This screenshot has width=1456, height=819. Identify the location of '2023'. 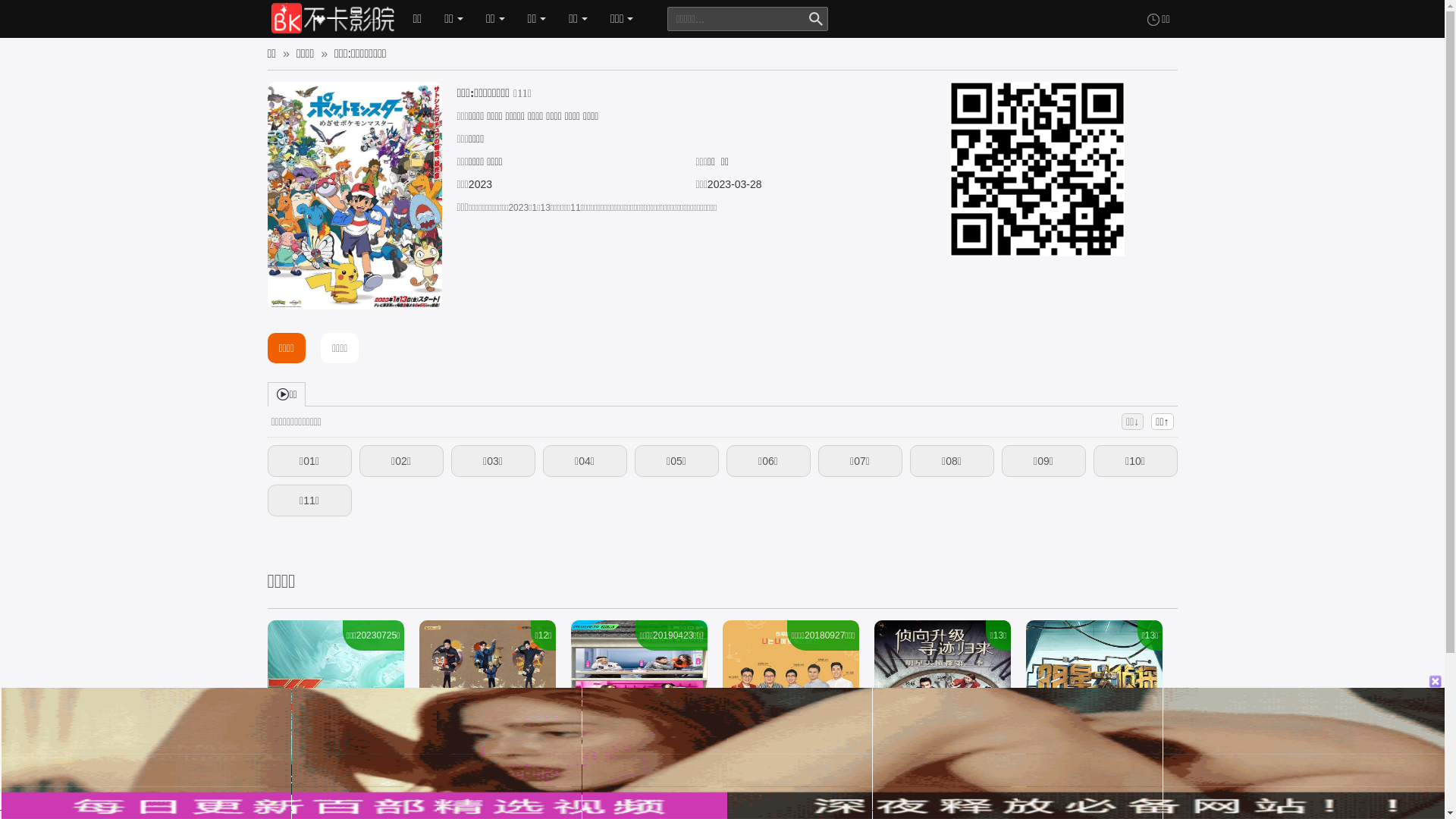
(479, 184).